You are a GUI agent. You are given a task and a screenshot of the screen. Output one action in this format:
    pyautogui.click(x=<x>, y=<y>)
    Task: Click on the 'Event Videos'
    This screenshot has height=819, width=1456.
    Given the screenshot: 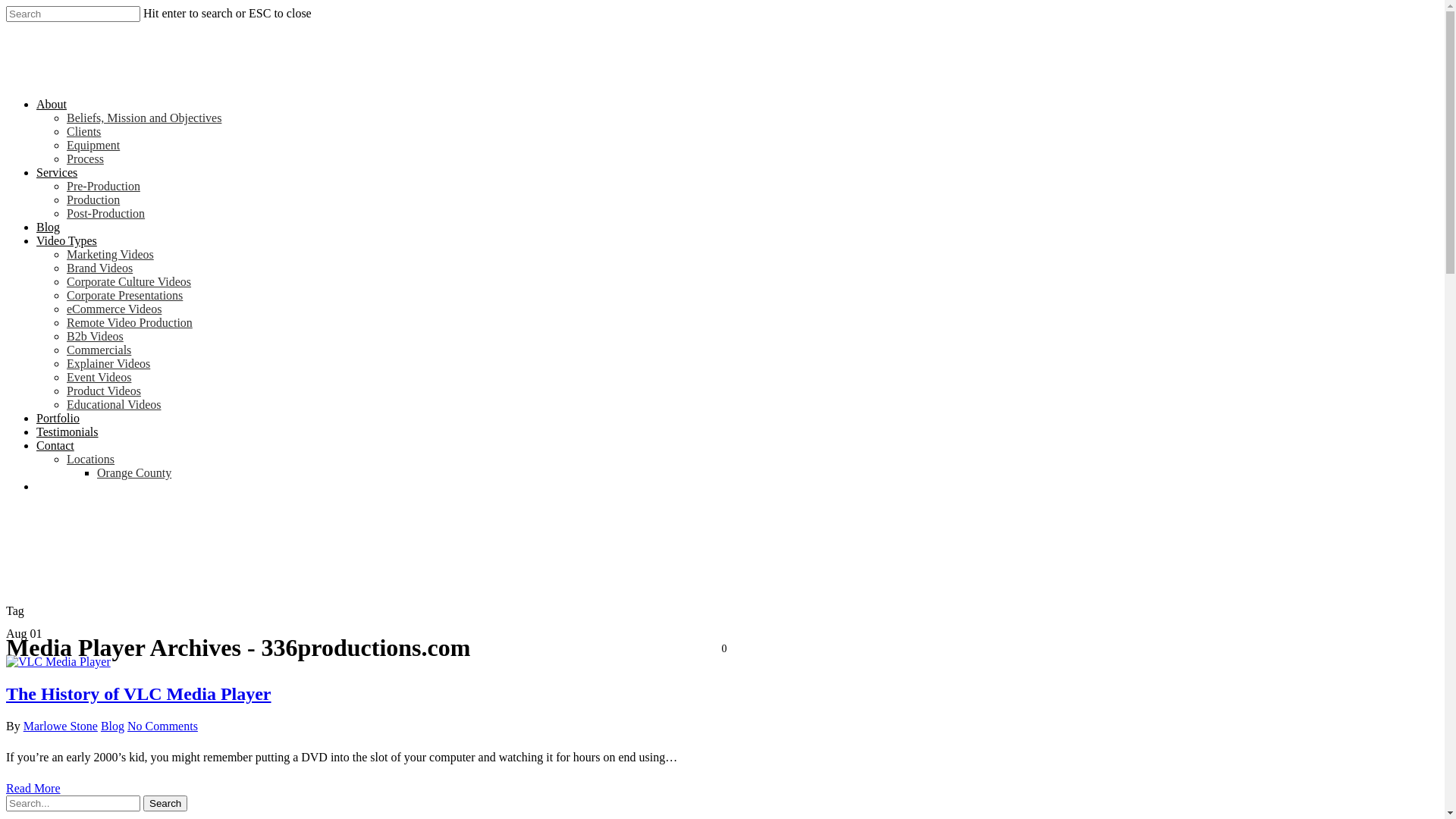 What is the action you would take?
    pyautogui.click(x=65, y=376)
    